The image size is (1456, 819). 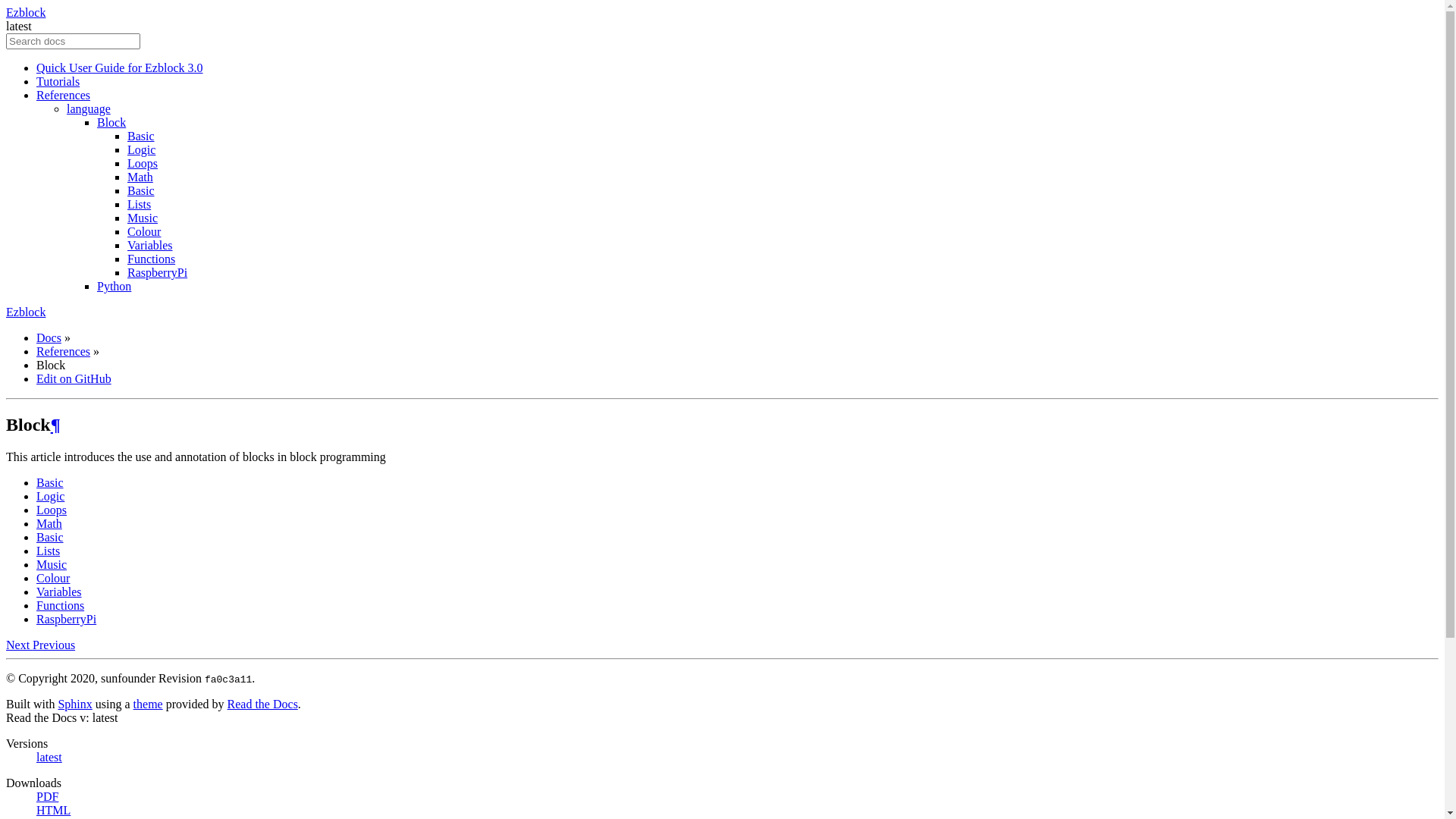 I want to click on 'Block', so click(x=111, y=121).